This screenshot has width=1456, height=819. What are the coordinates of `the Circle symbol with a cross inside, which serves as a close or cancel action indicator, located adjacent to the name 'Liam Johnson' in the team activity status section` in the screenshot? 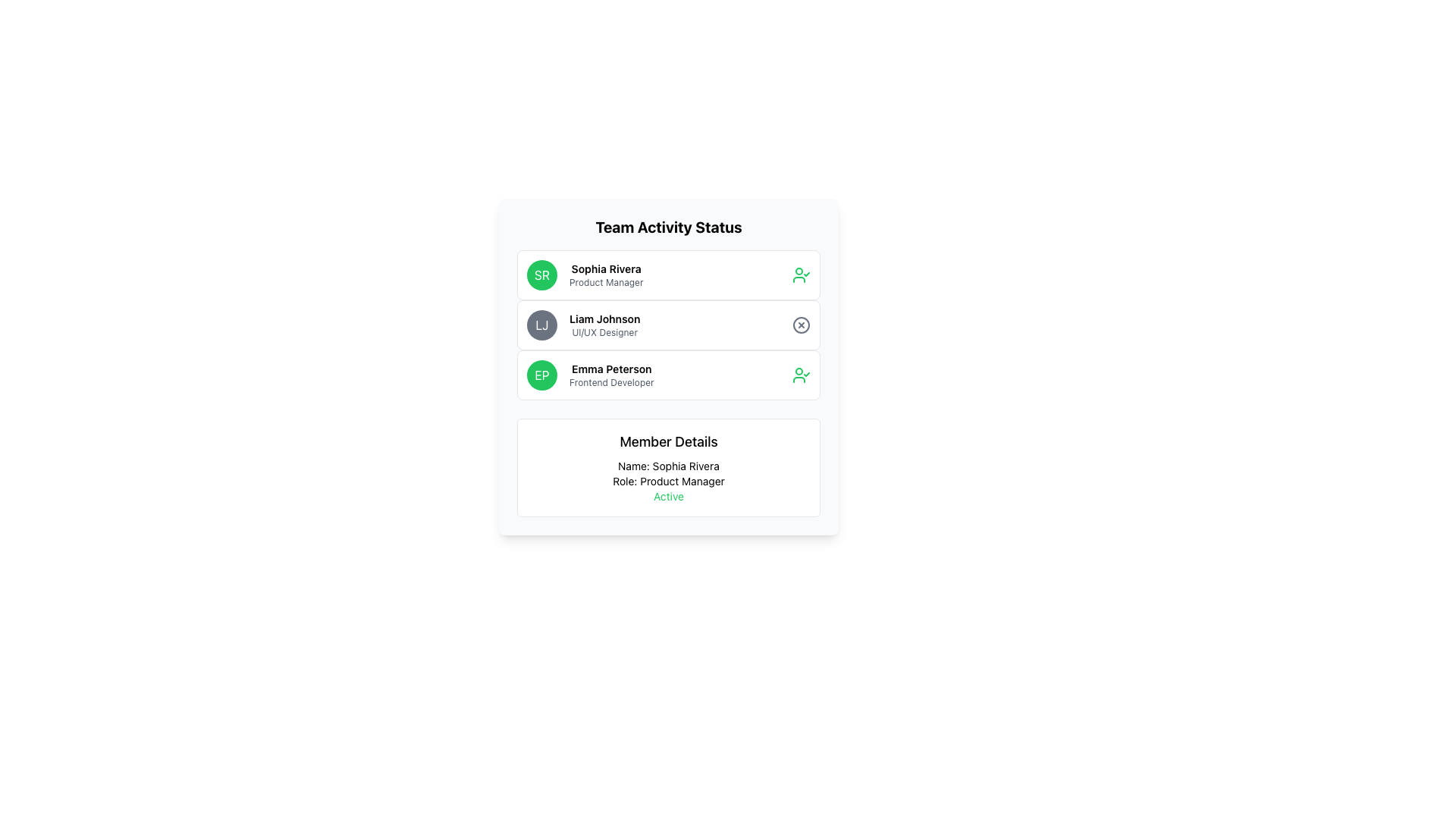 It's located at (800, 324).